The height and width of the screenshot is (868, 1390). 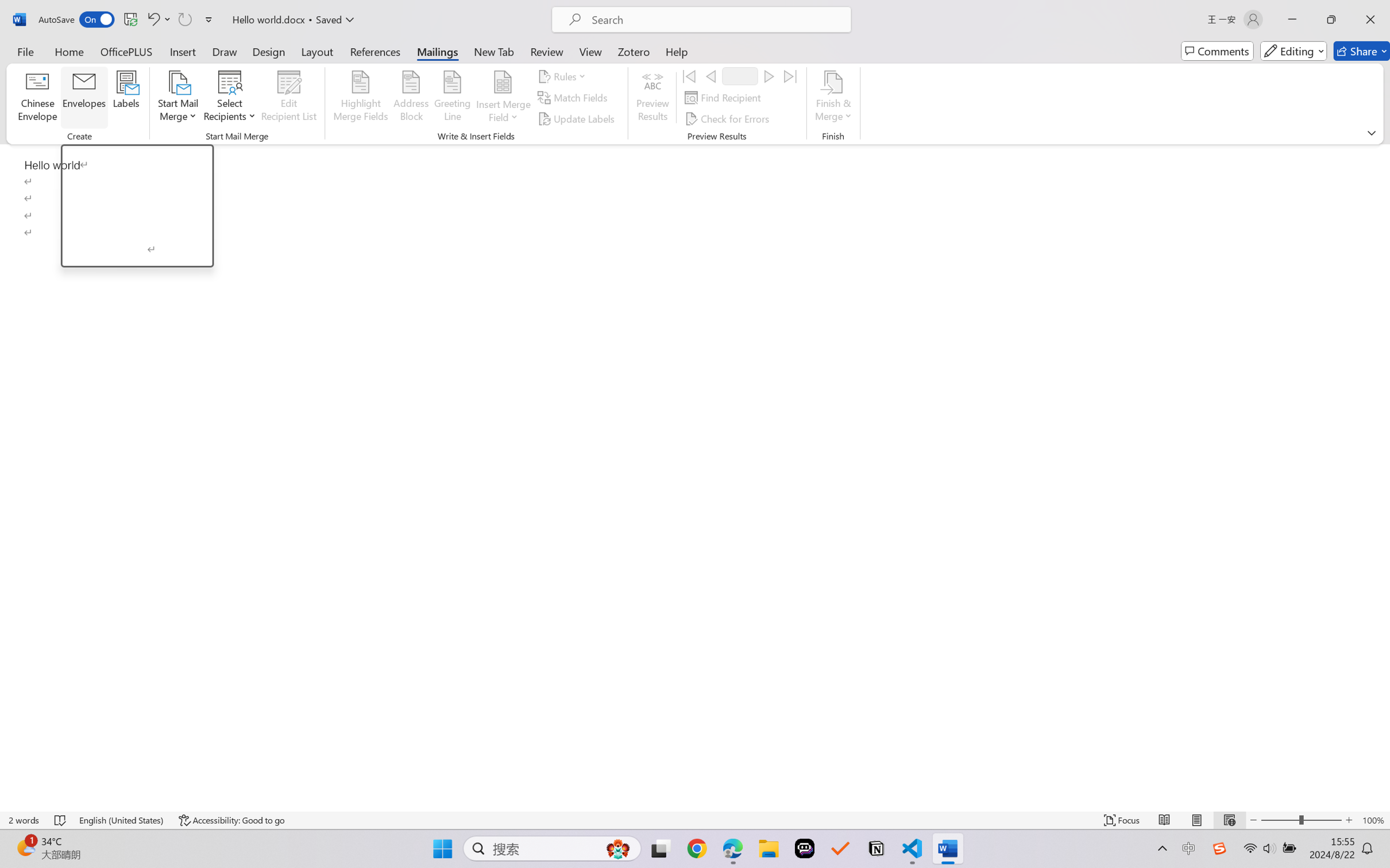 I want to click on 'Zoom In', so click(x=1349, y=820).